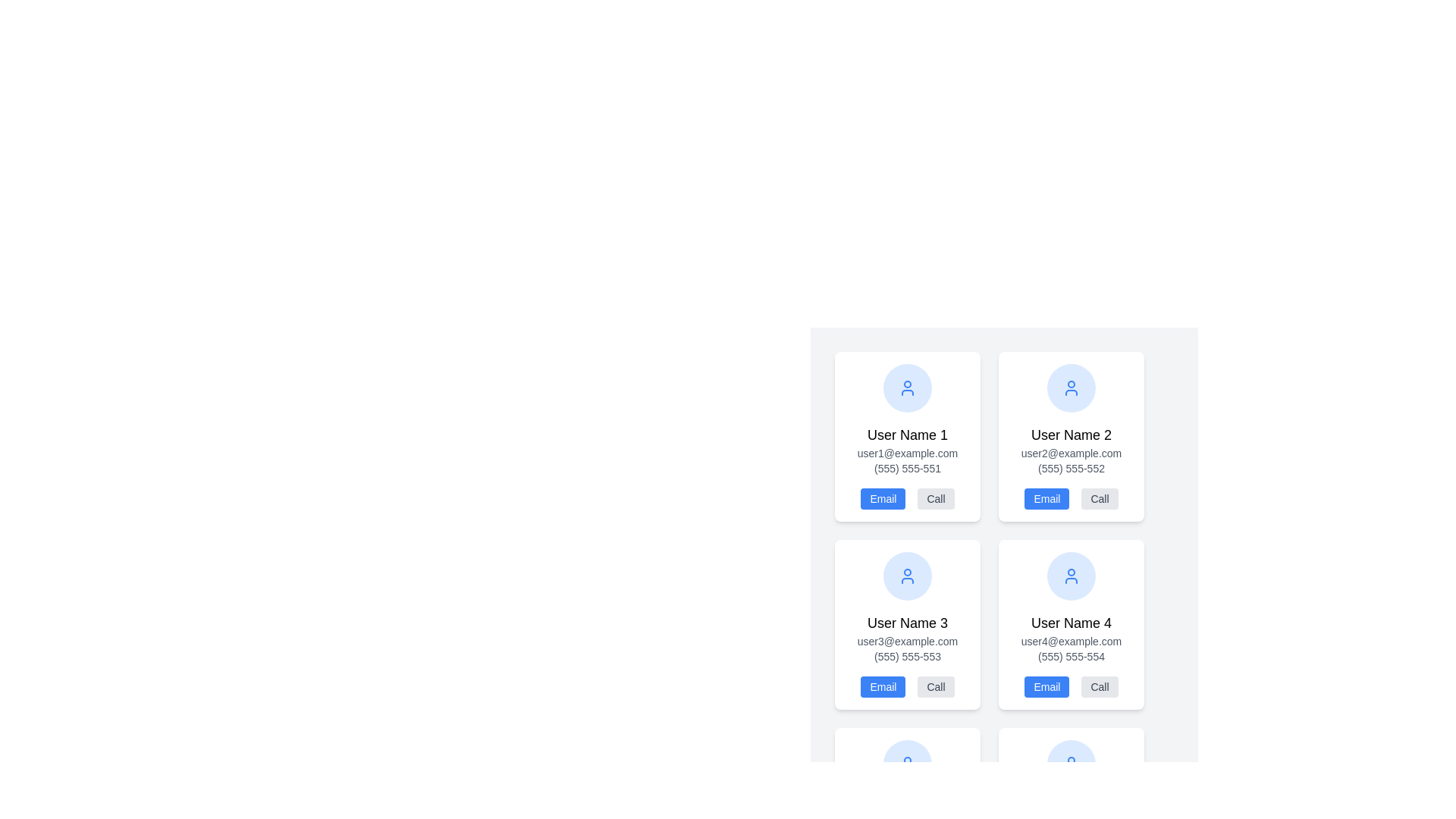  Describe the element at coordinates (883, 687) in the screenshot. I see `the email button located at the bottom left of the user card to initiate an email action related to the displayed user details` at that location.